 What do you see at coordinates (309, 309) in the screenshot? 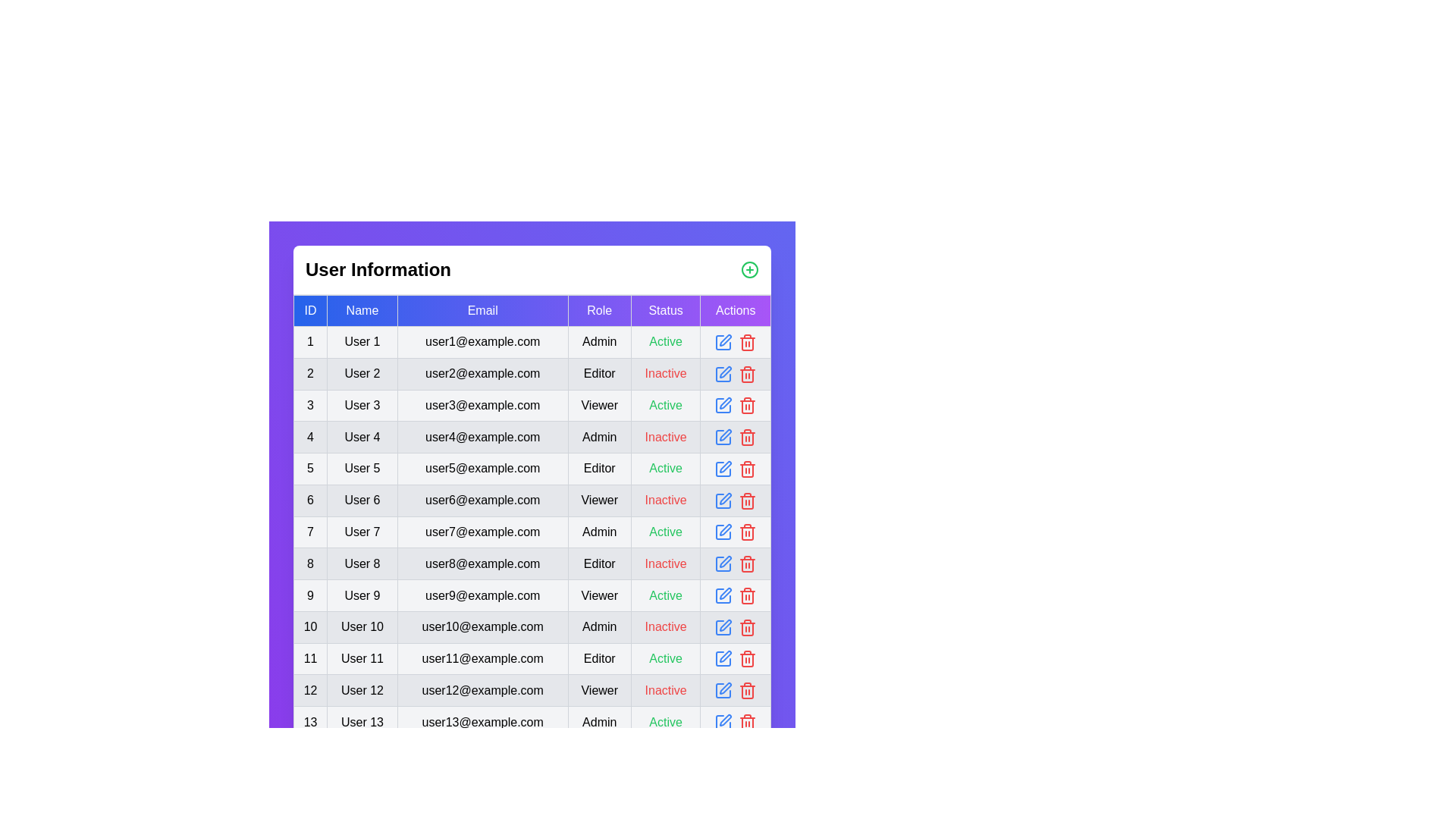
I see `the column header ID to sort or filter the table` at bounding box center [309, 309].